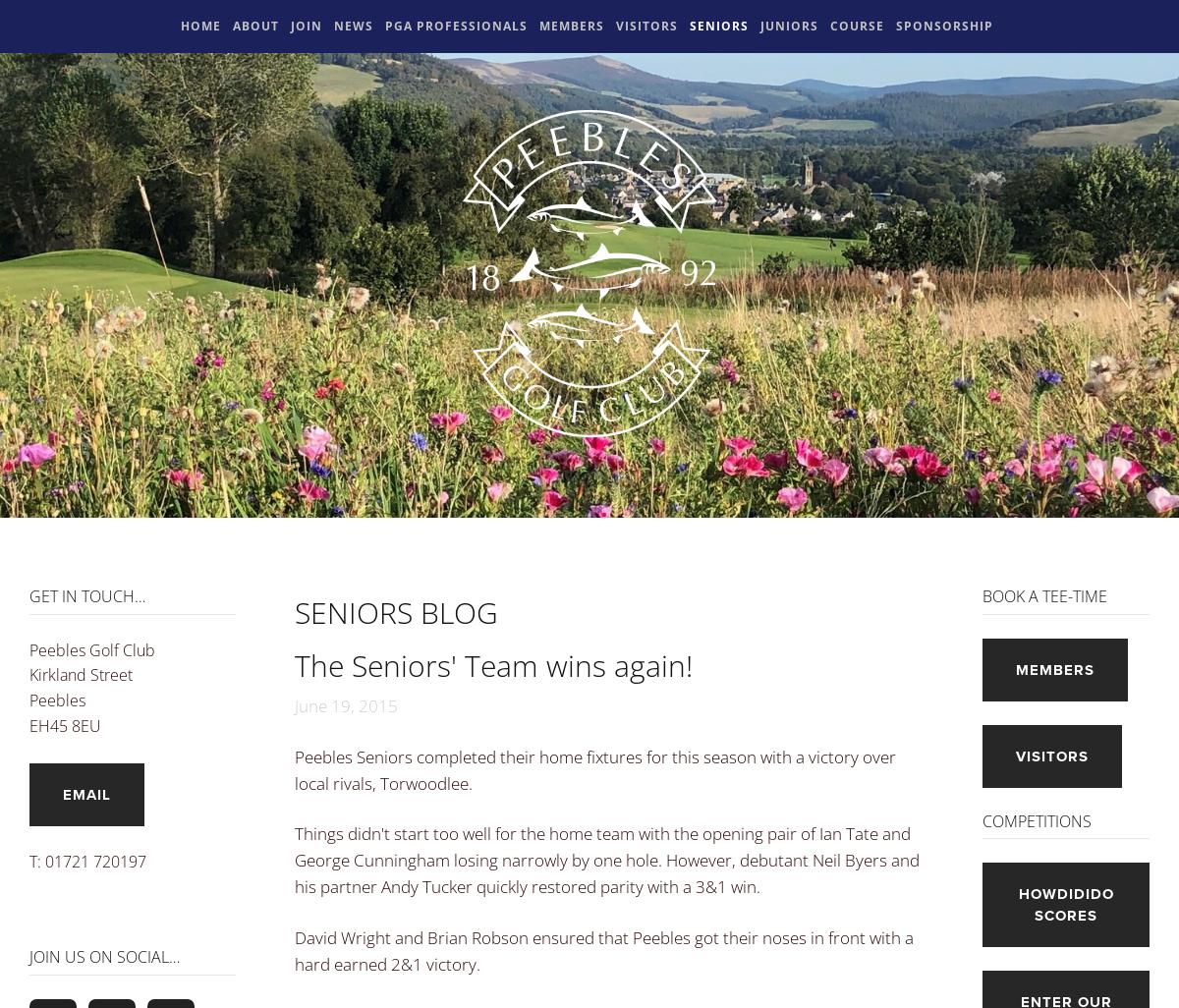 Image resolution: width=1179 pixels, height=1008 pixels. Describe the element at coordinates (604, 950) in the screenshot. I see `'David Wright and Brian Robson ensured that Peebles got their noses in front with a hard earned 2&1 victory.'` at that location.